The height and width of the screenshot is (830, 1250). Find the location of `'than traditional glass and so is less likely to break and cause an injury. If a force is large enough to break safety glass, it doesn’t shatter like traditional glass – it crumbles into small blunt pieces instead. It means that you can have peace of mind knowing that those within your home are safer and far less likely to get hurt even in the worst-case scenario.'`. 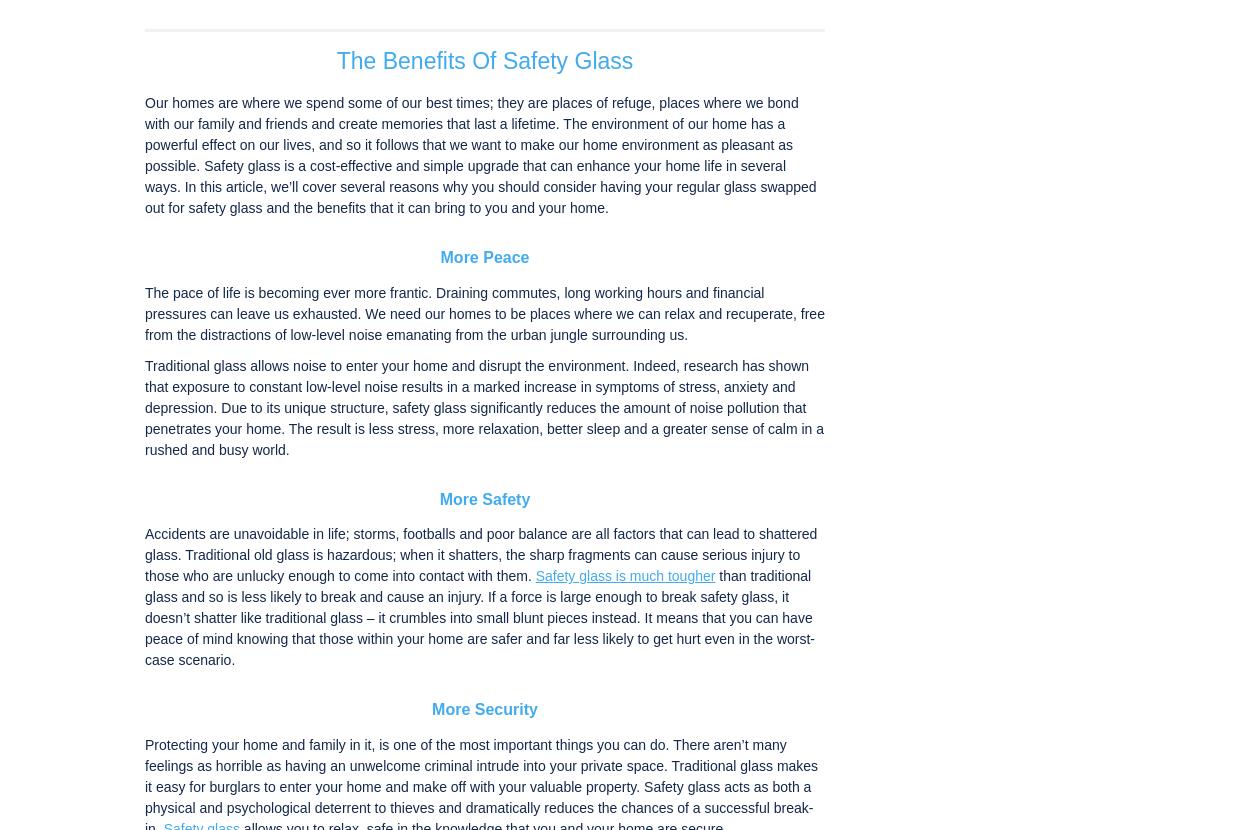

'than traditional glass and so is less likely to break and cause an injury. If a force is large enough to break safety glass, it doesn’t shatter like traditional glass – it crumbles into small blunt pieces instead. It means that you can have peace of mind knowing that those within your home are safer and far less likely to get hurt even in the worst-case scenario.' is located at coordinates (479, 618).